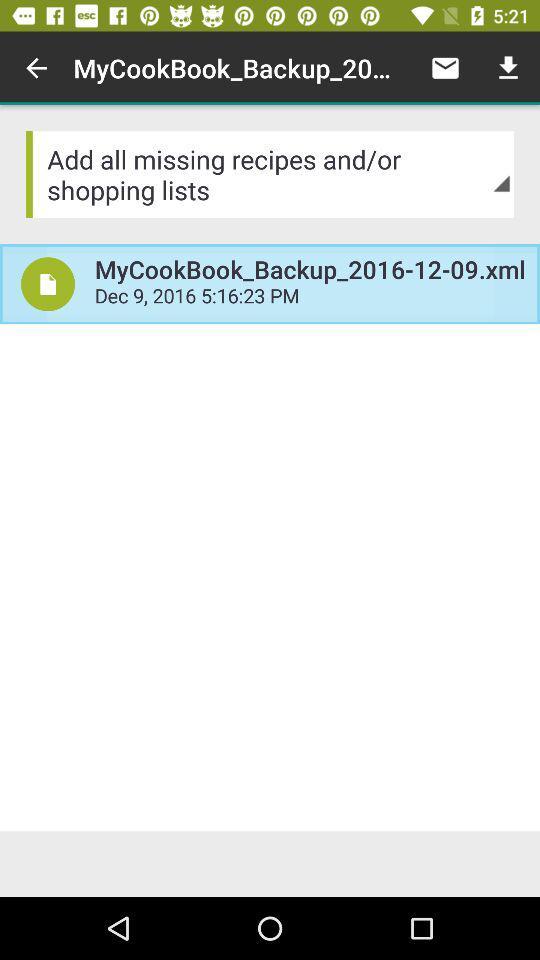  Describe the element at coordinates (310, 297) in the screenshot. I see `item below the mycookbook_backup_2016 12 09` at that location.